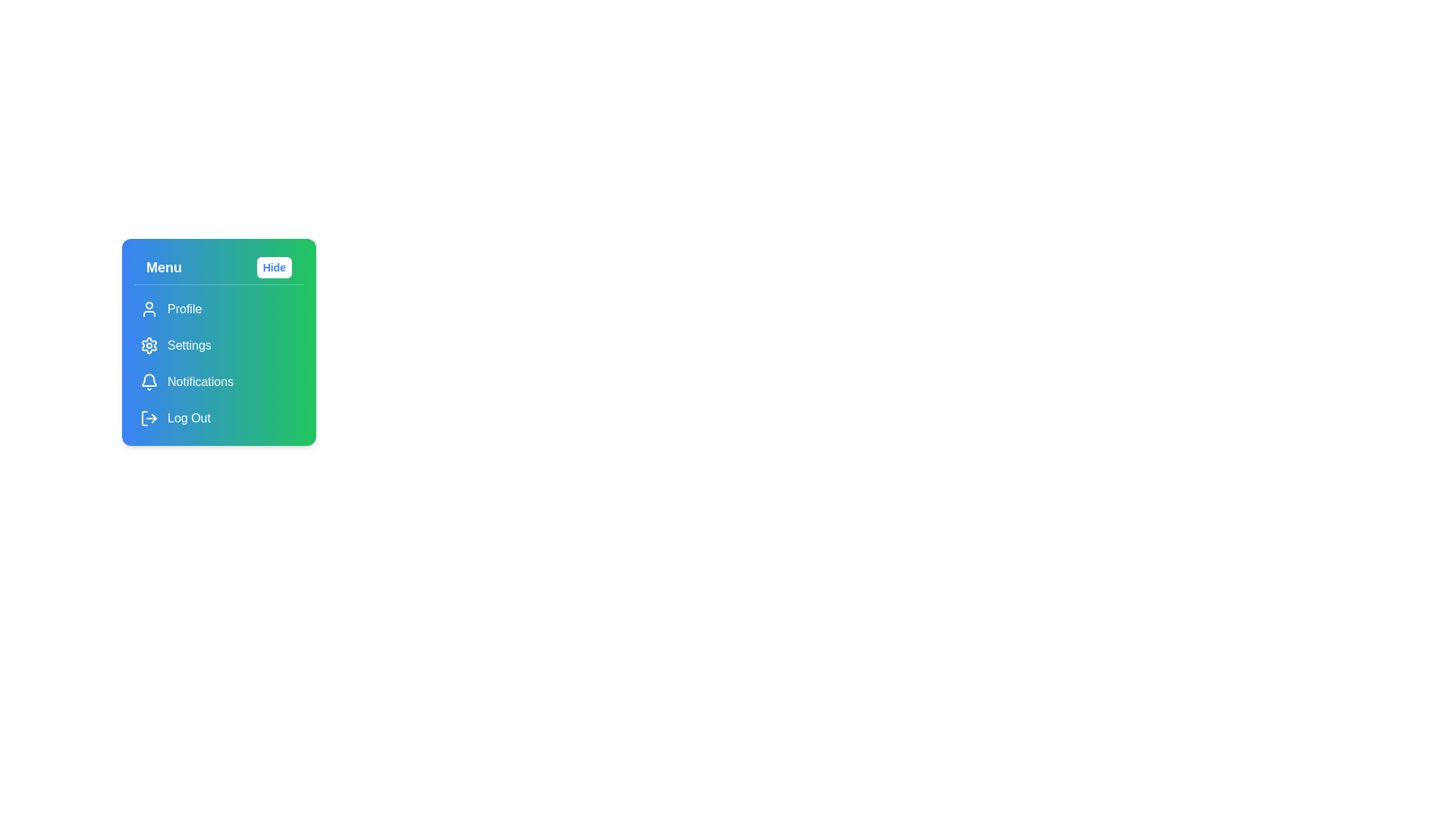 The height and width of the screenshot is (819, 1456). What do you see at coordinates (164, 267) in the screenshot?
I see `the static text element displaying 'Menu', which is prominently styled with white text on a blue background, located to the left of the 'Hide' button` at bounding box center [164, 267].